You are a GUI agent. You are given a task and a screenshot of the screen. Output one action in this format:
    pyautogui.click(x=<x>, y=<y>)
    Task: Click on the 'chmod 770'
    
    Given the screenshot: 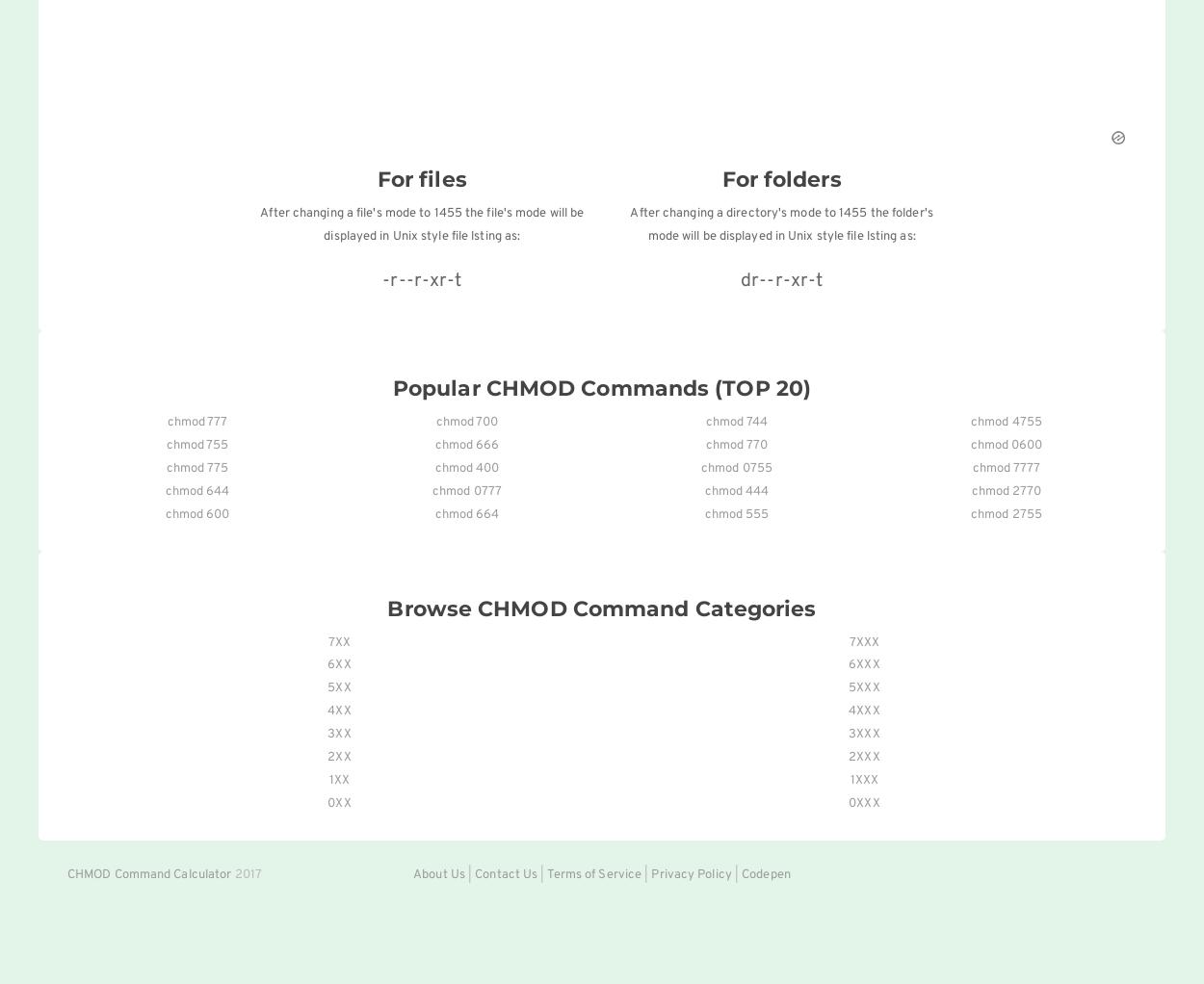 What is the action you would take?
    pyautogui.click(x=736, y=444)
    